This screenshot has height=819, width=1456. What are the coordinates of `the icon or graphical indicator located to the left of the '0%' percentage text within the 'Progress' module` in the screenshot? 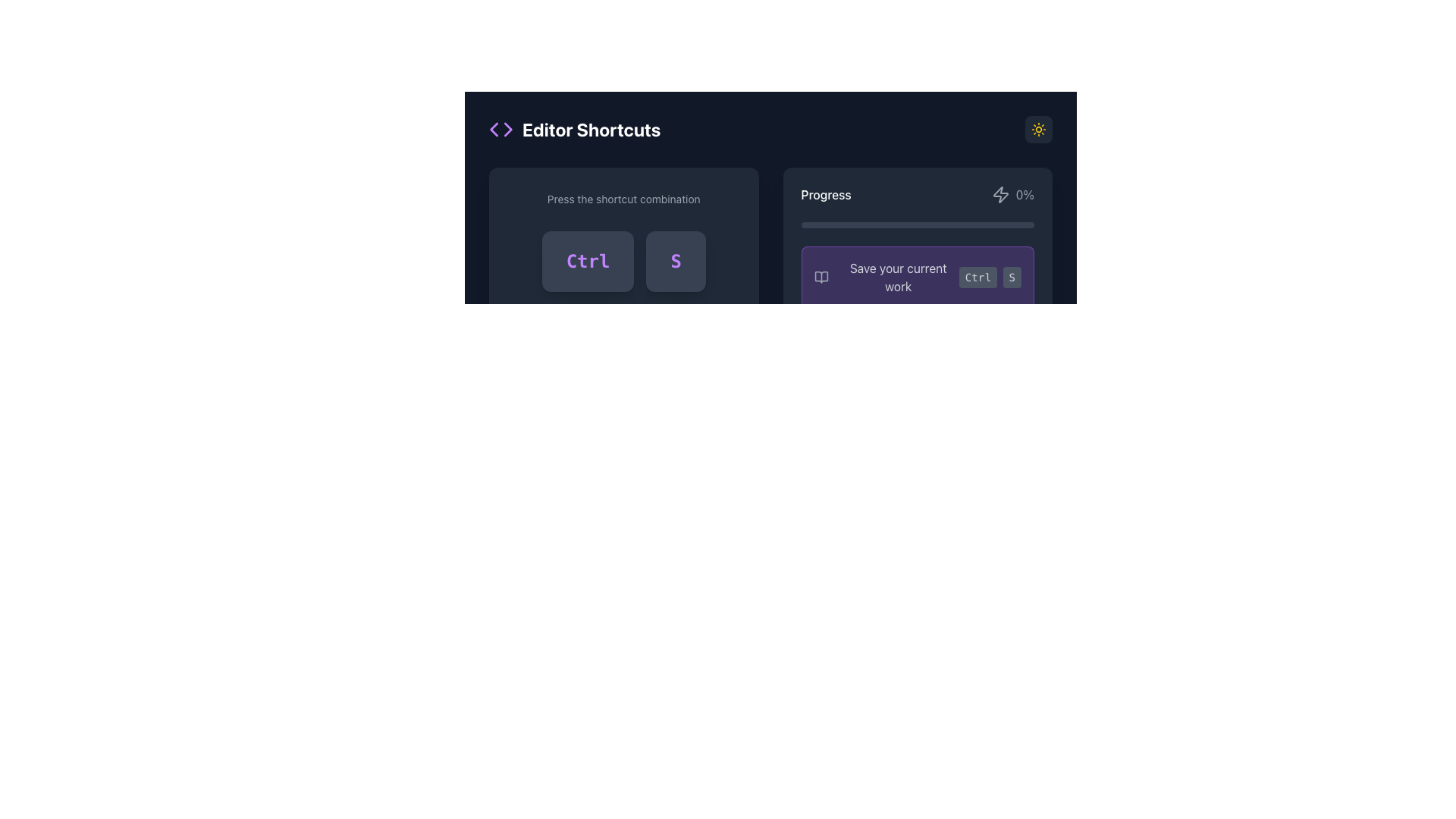 It's located at (1000, 194).